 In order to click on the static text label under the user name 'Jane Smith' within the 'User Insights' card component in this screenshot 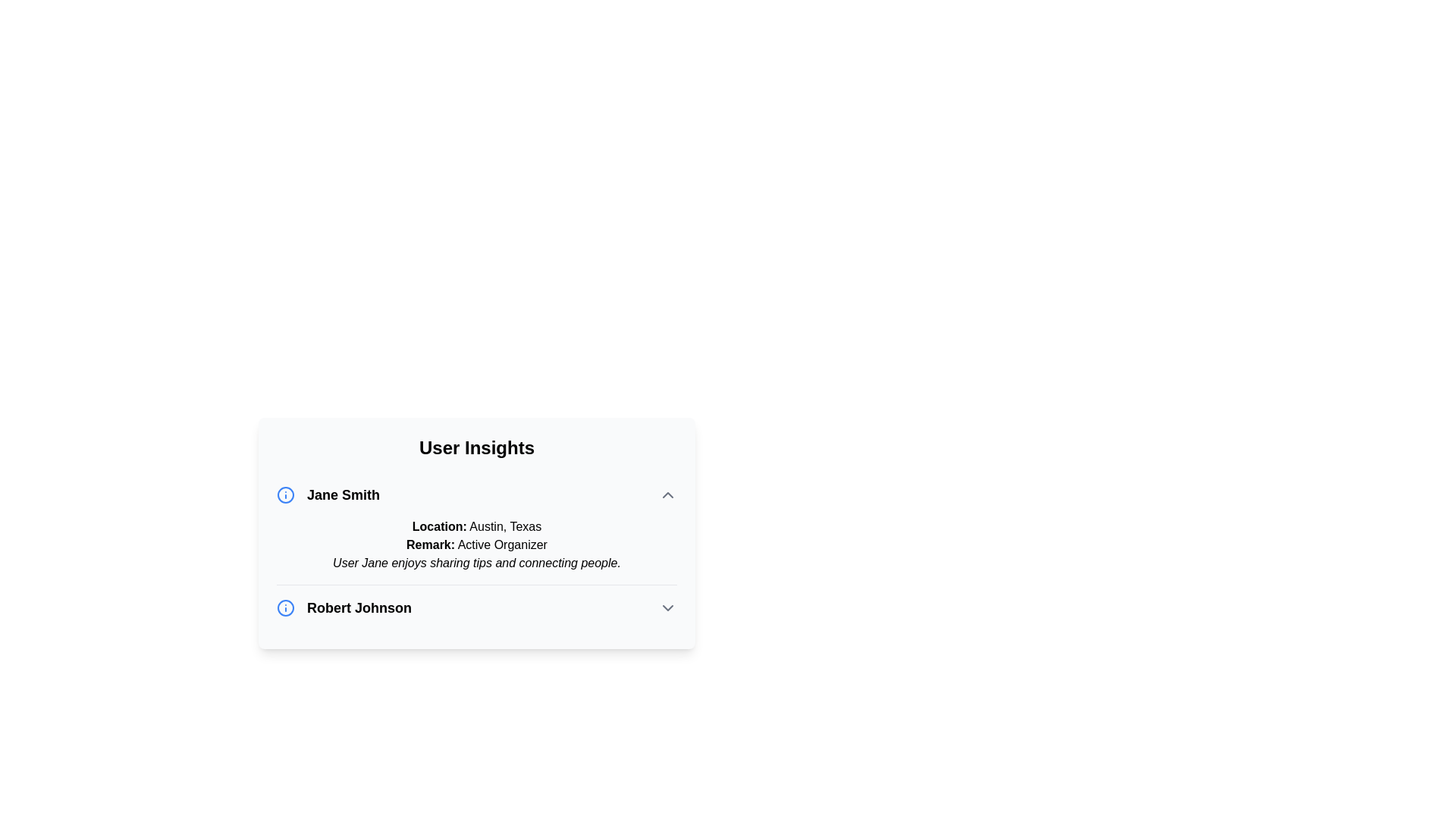, I will do `click(430, 544)`.